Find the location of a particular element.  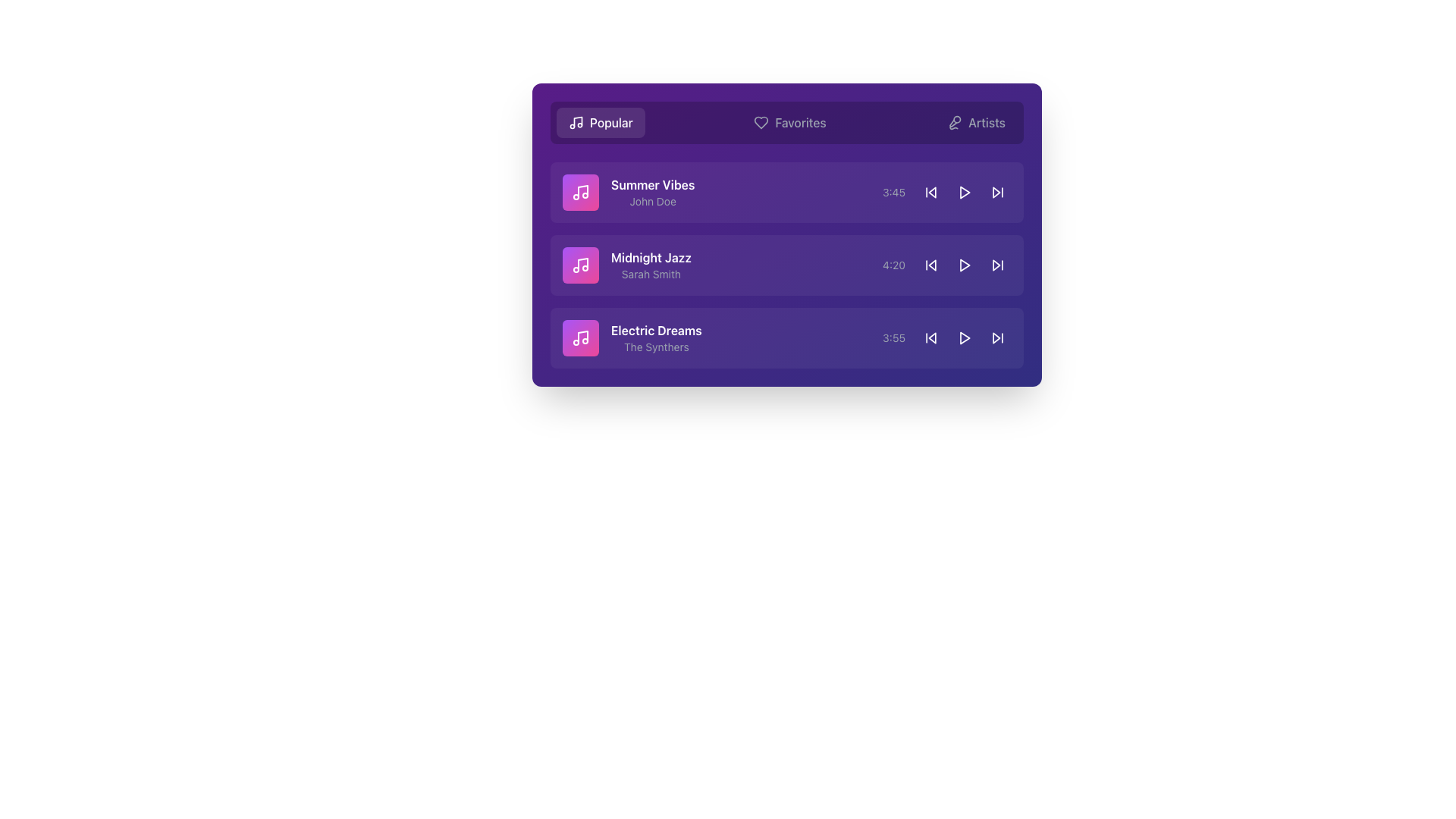

the label 'Popular' which is centrally positioned in the leftmost item of the navigation bar at the top of the visible area is located at coordinates (611, 122).